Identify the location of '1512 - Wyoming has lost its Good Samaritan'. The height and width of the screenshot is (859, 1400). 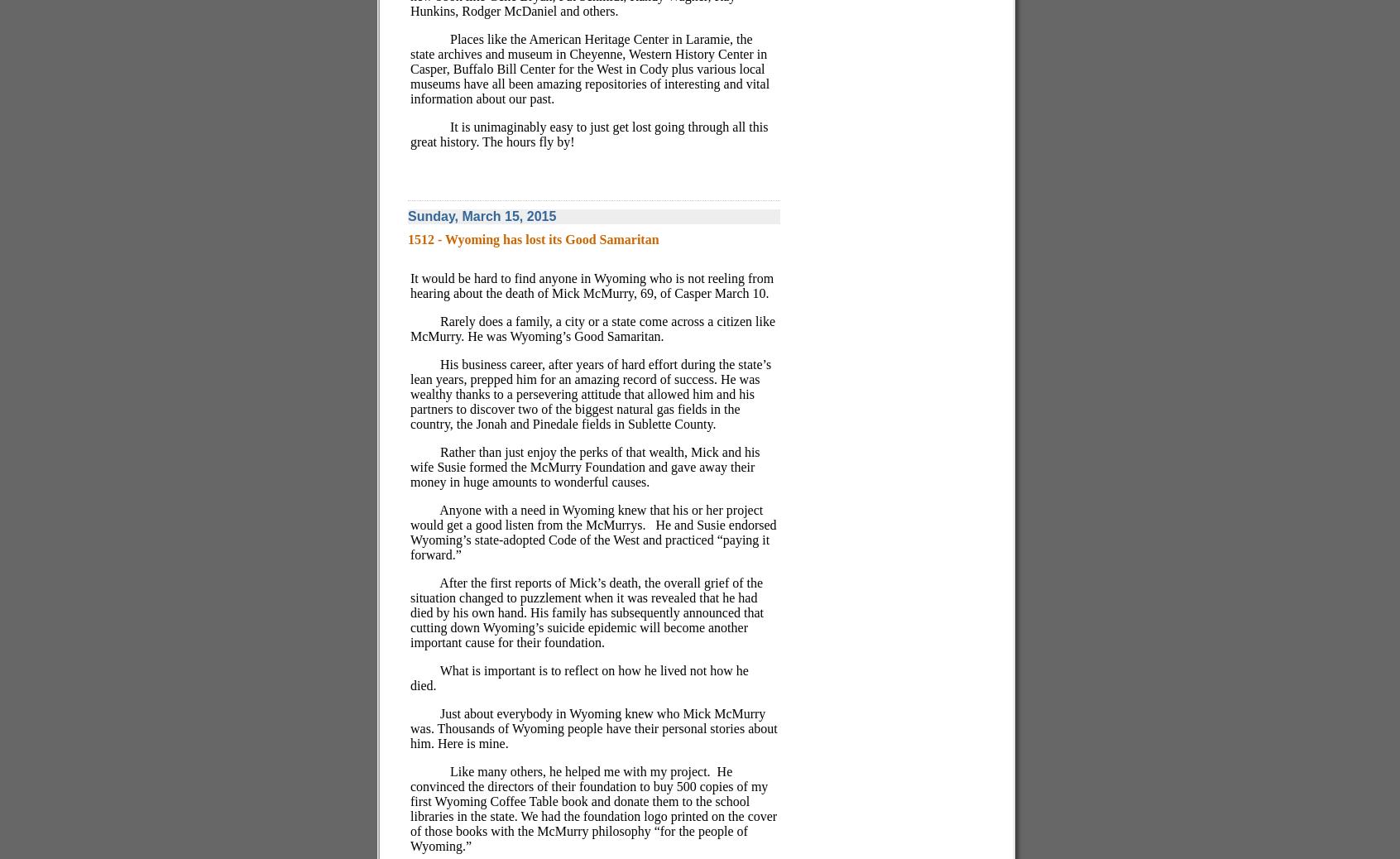
(533, 238).